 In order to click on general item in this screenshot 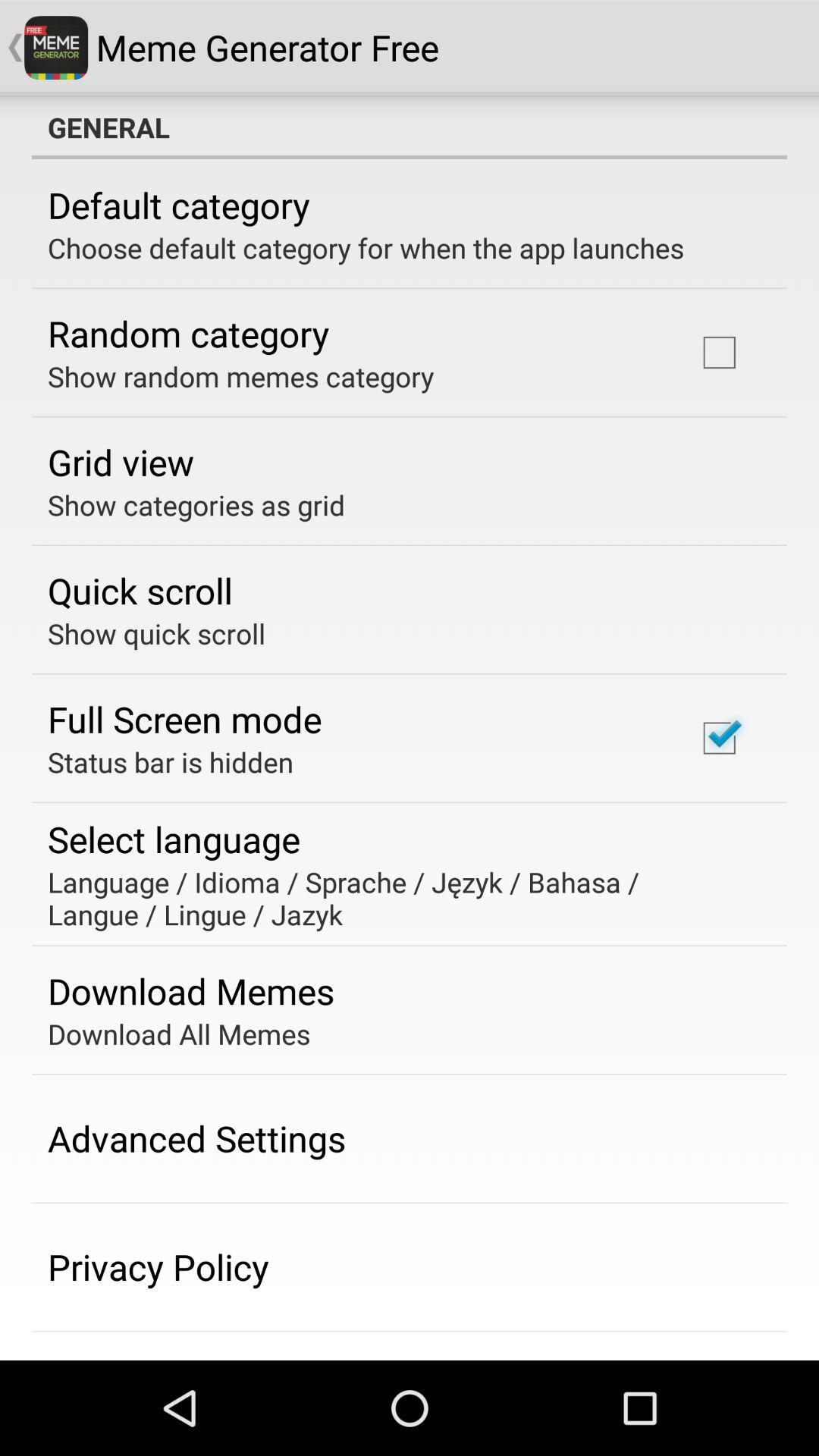, I will do `click(409, 127)`.